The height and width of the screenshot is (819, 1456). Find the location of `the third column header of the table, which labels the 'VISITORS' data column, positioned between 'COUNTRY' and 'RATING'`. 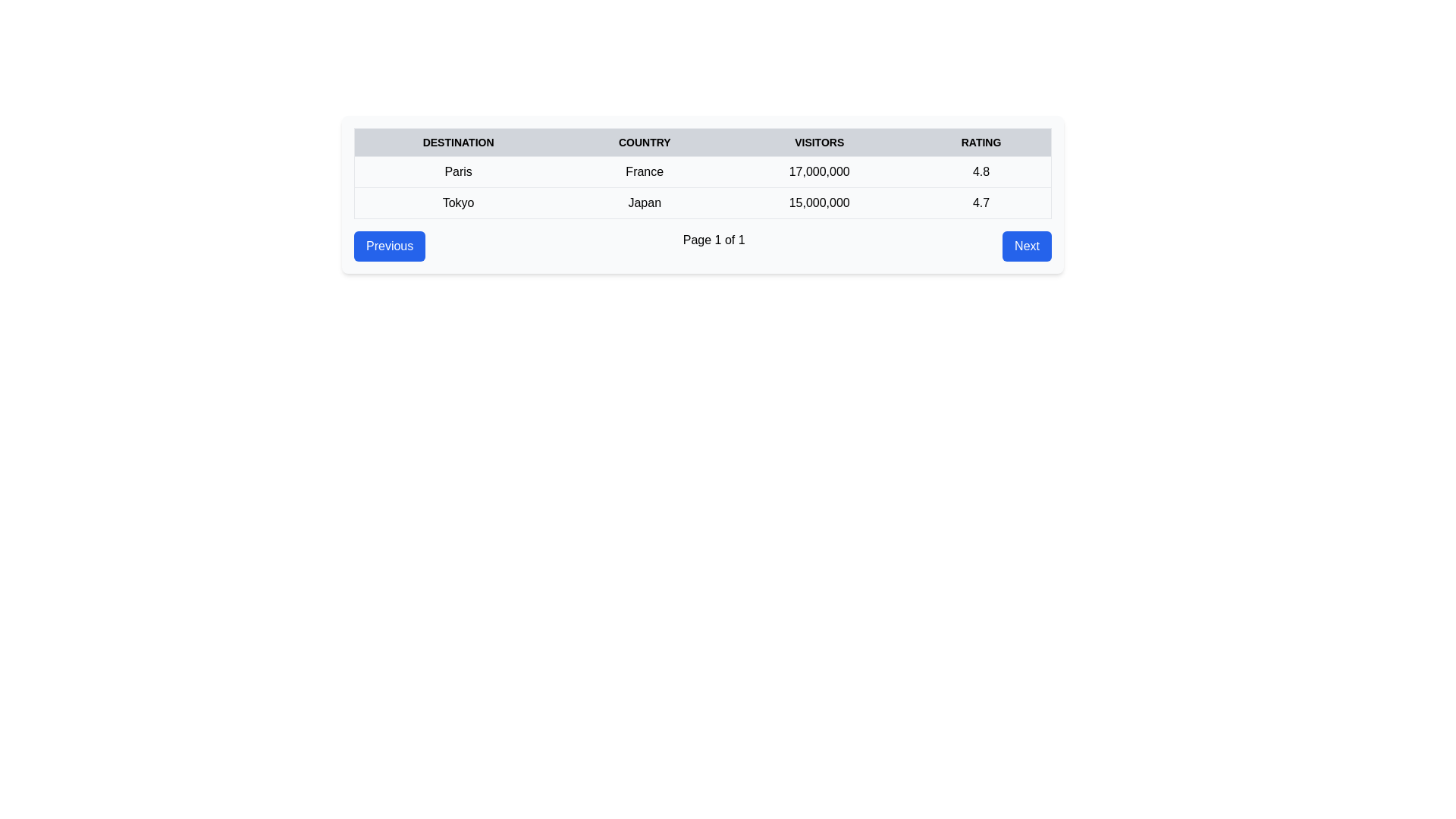

the third column header of the table, which labels the 'VISITORS' data column, positioned between 'COUNTRY' and 'RATING' is located at coordinates (818, 143).